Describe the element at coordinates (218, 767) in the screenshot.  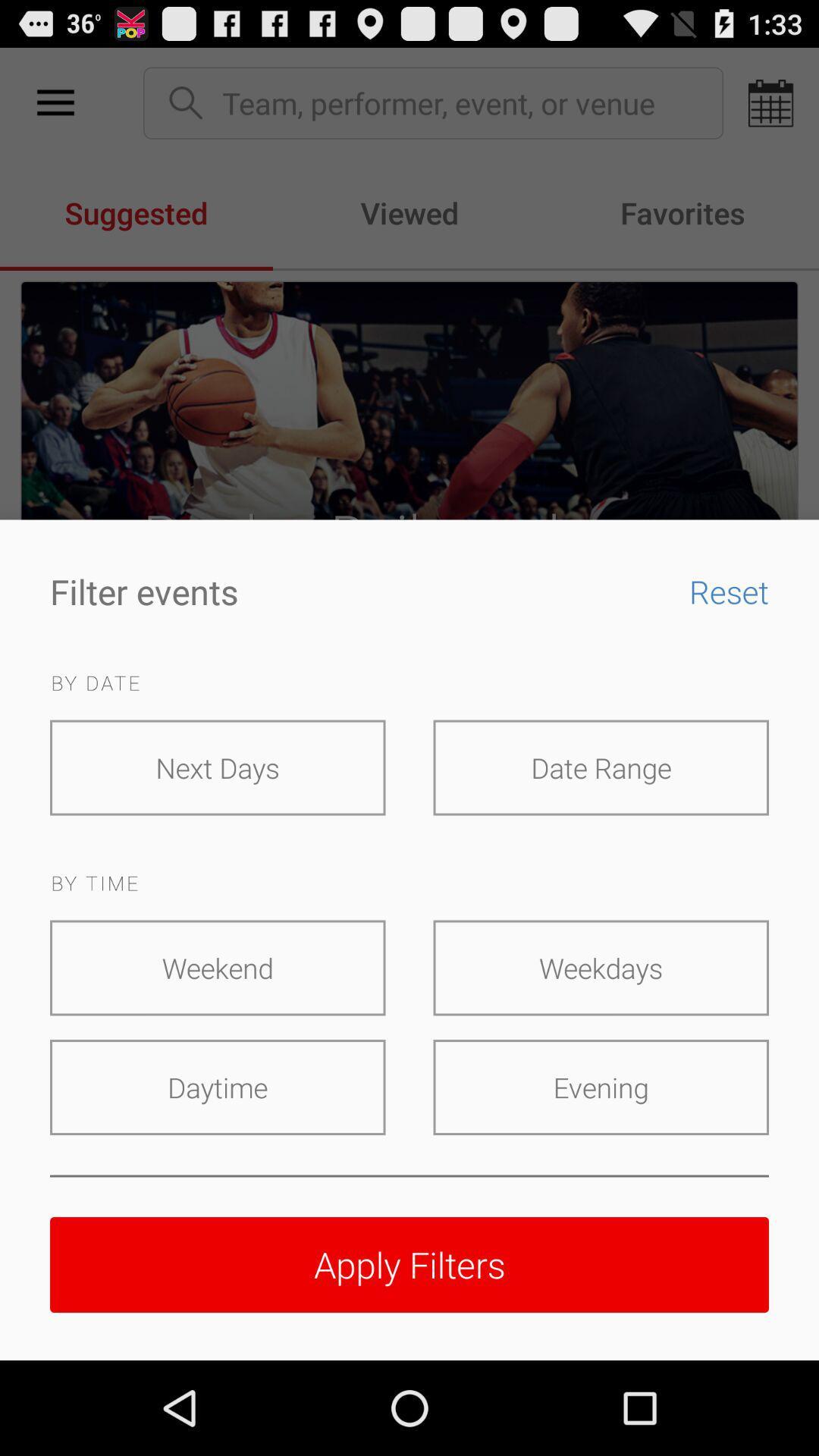
I see `the item to the left of date range item` at that location.